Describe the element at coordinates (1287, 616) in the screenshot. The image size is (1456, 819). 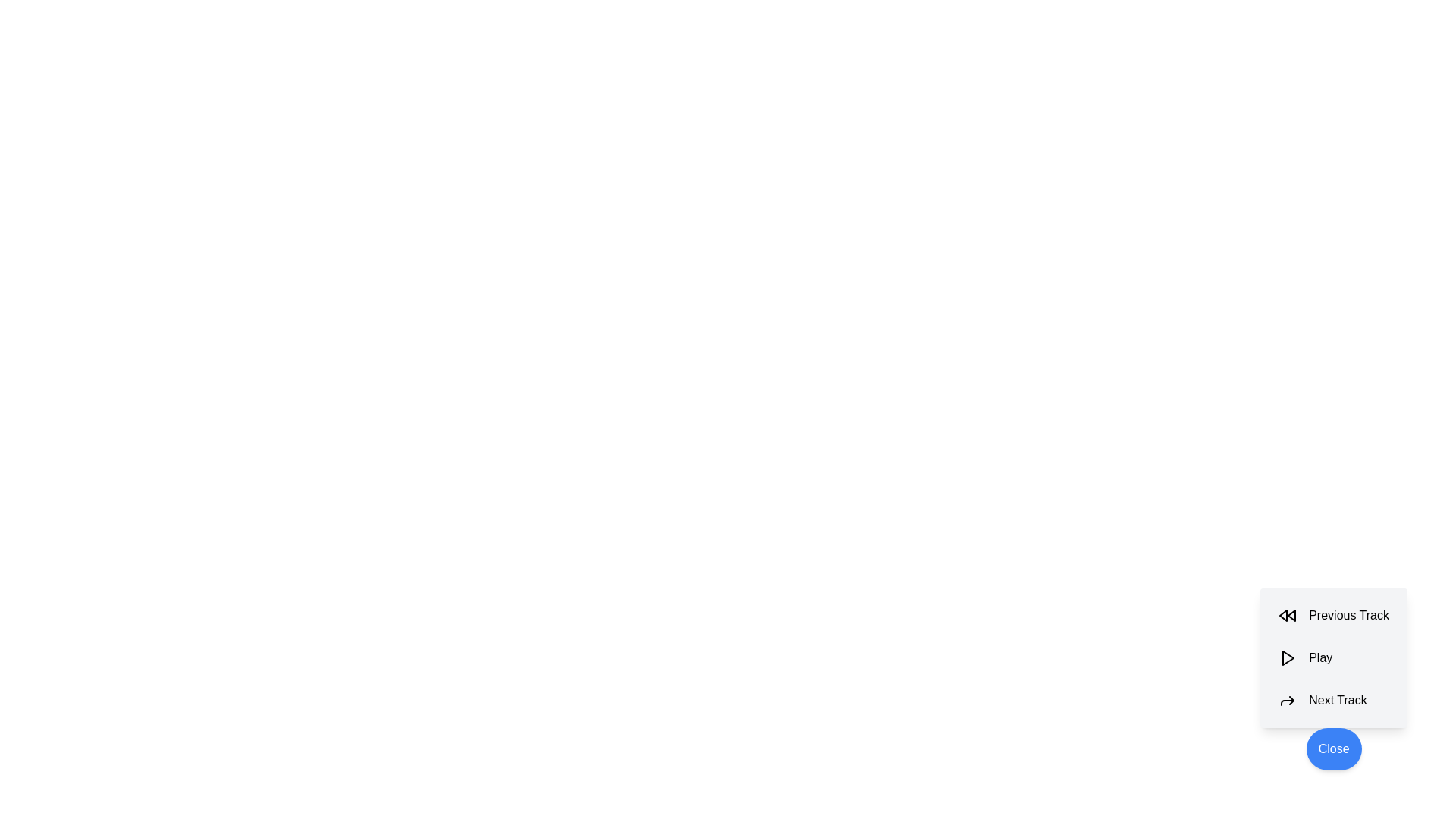
I see `the SVG icon within the 'Previous Track' button` at that location.